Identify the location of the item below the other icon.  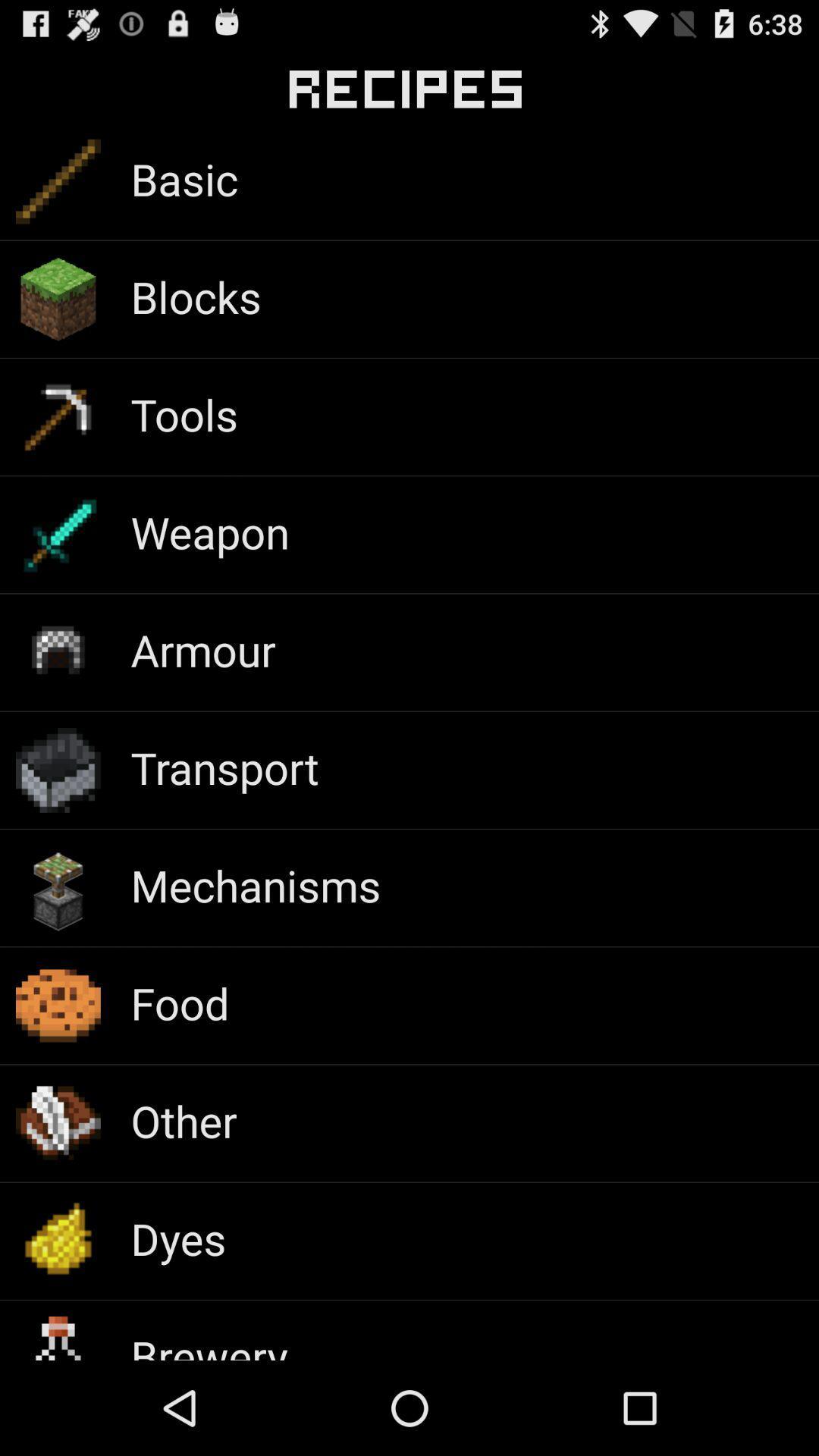
(177, 1238).